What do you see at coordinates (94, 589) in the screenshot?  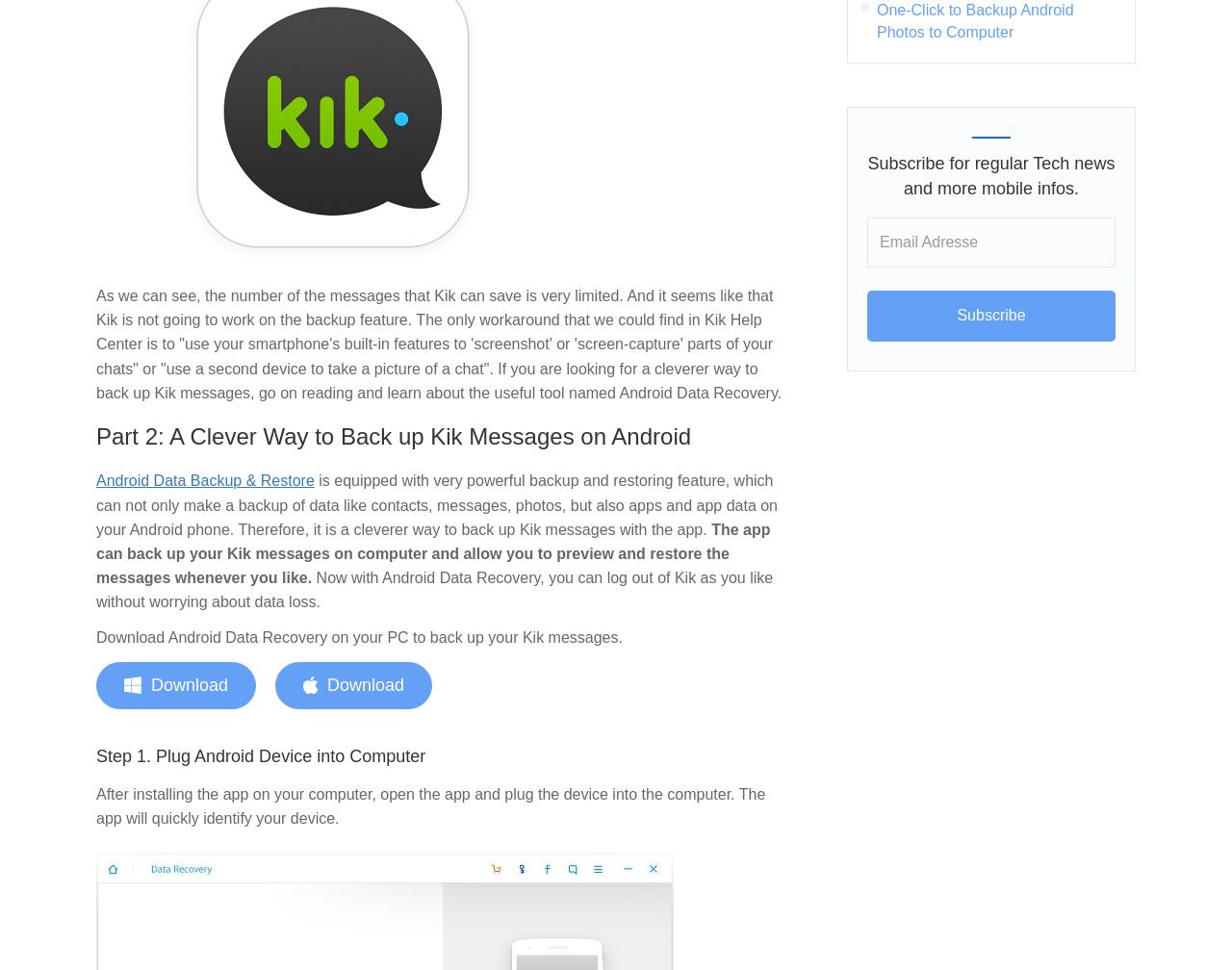 I see `'Now with Android Data Recovery, you can log out of Kik as you like without worrying about data loss.'` at bounding box center [94, 589].